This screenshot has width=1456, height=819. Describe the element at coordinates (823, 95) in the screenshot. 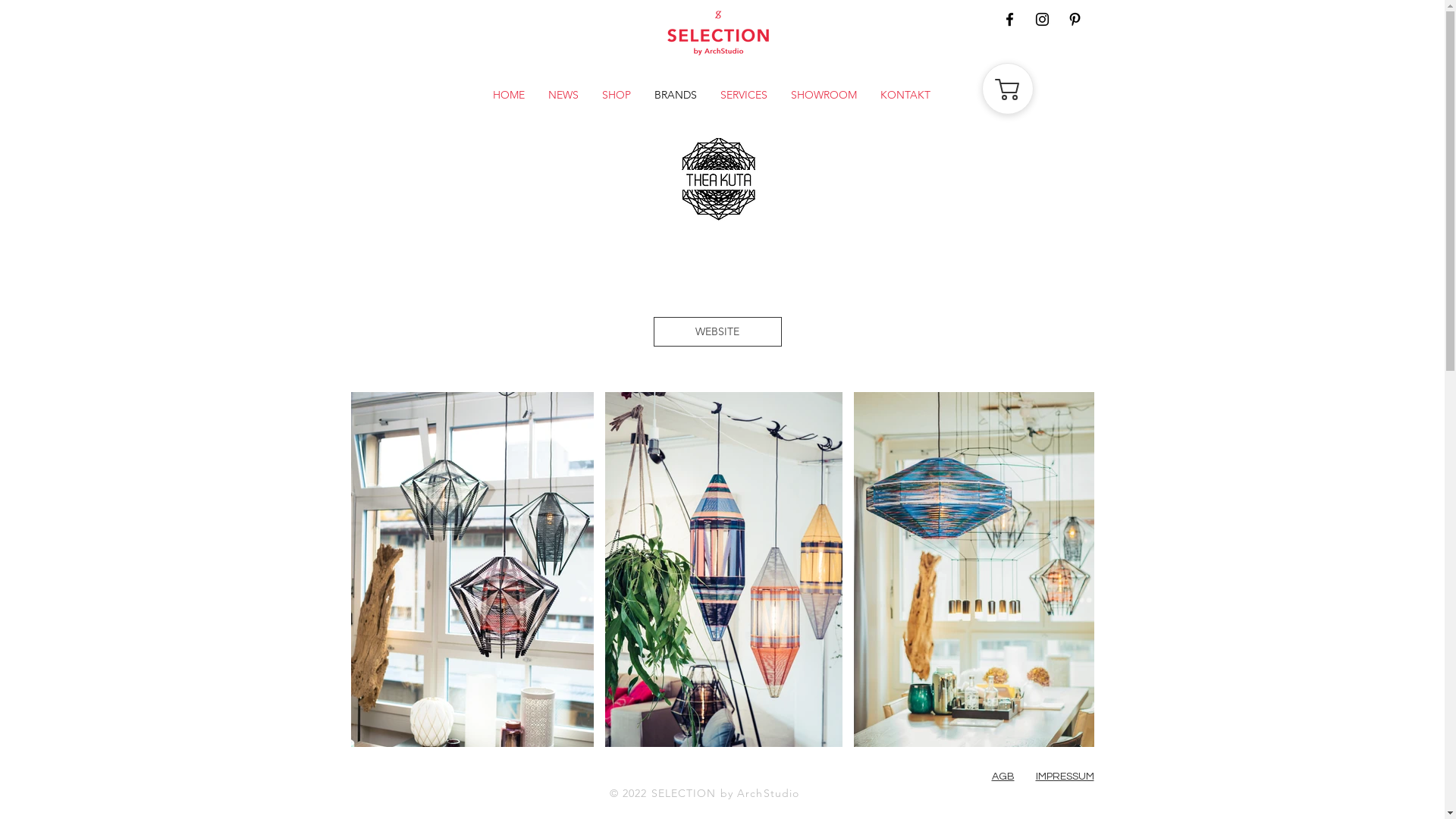

I see `'SHOWROOM'` at that location.